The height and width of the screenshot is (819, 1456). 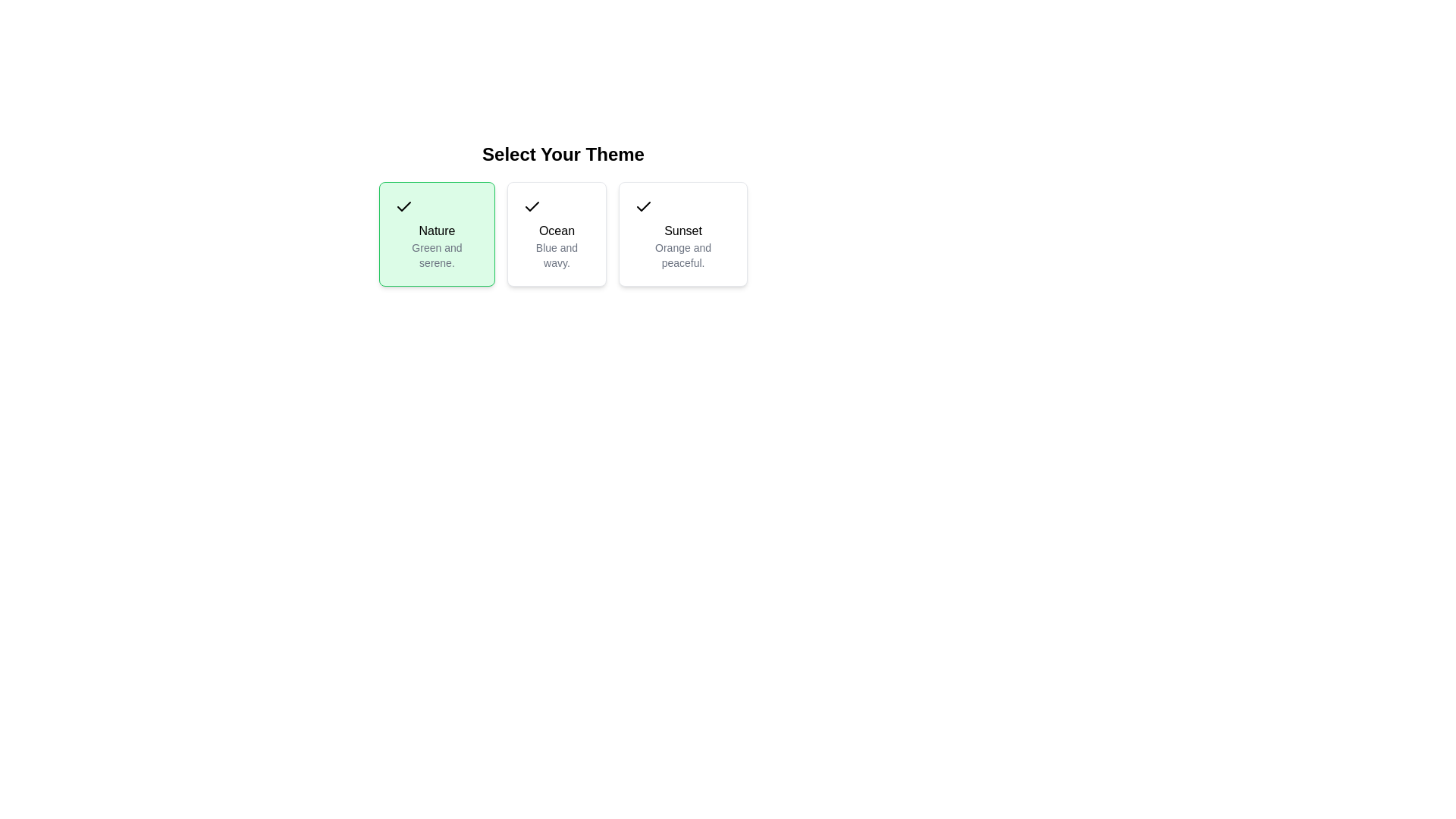 I want to click on the state of the checkmark icon indicating the selected 'Nature' theme card, which is located at the top-left corner of the card labeled 'Nature Green and serene', so click(x=644, y=206).